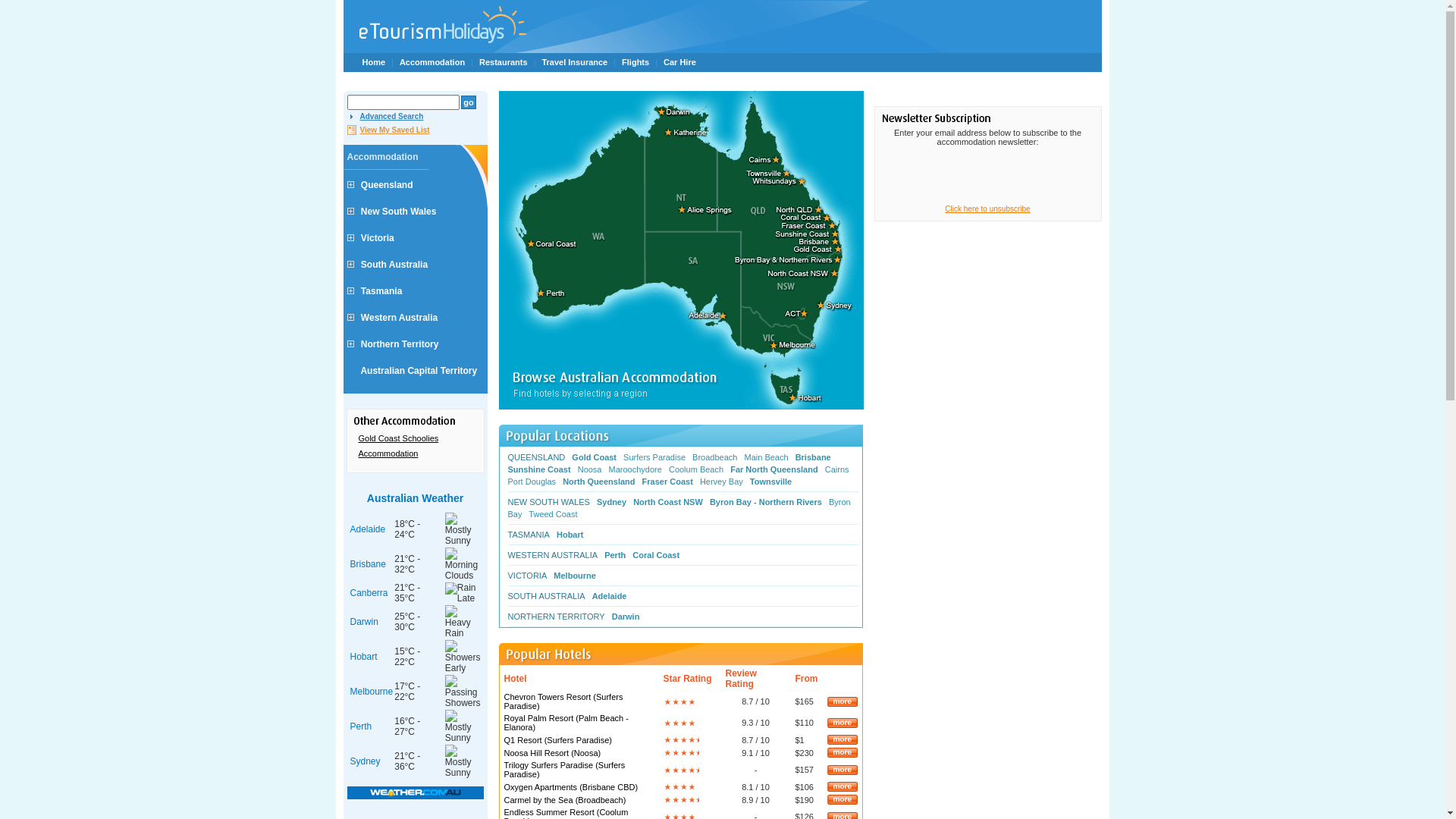 The height and width of the screenshot is (819, 1456). What do you see at coordinates (548, 595) in the screenshot?
I see `'SOUTH AUSTRALIA'` at bounding box center [548, 595].